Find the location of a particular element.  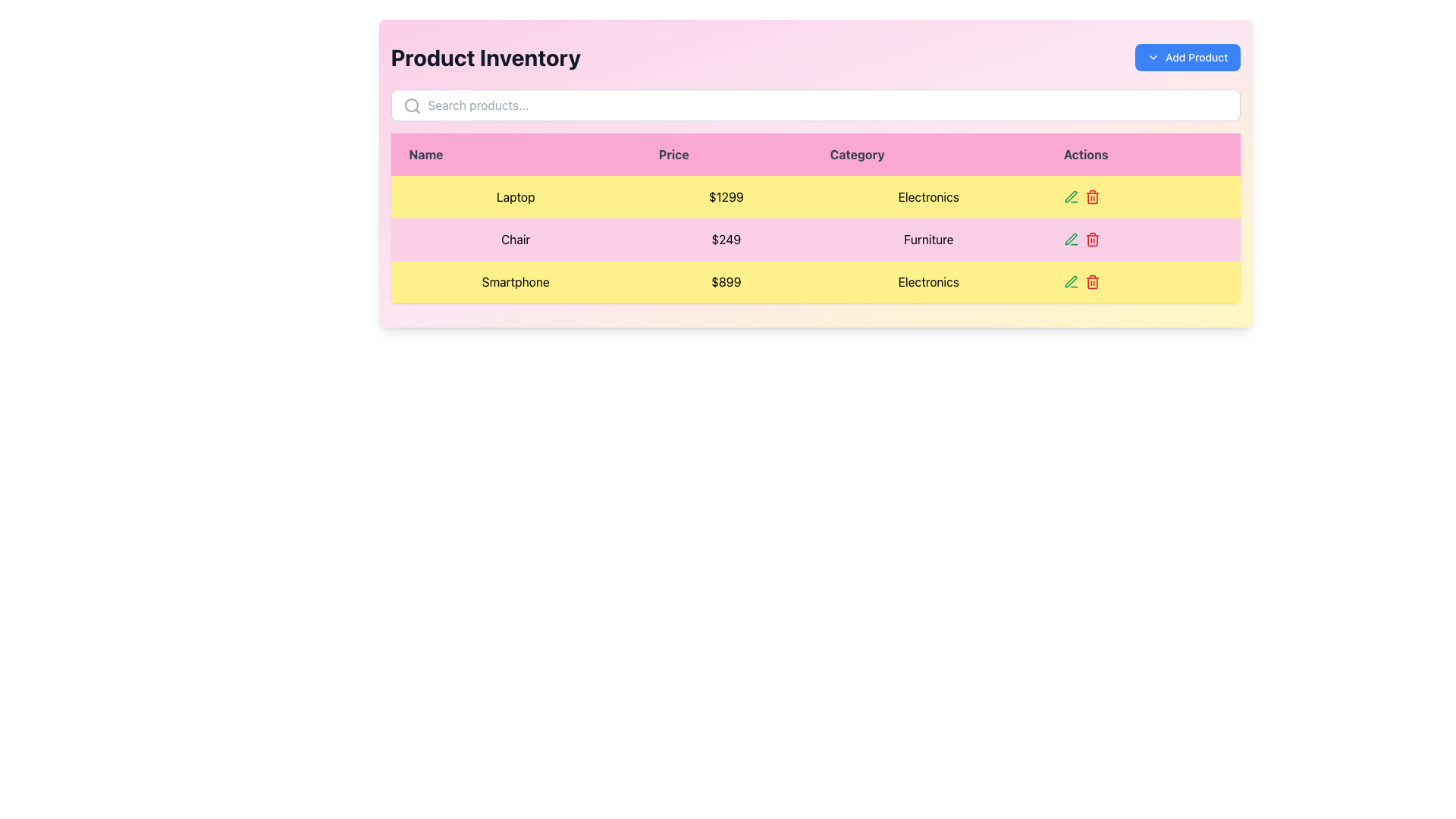

the Text Label displaying the name 'Chair' located in the second row of the table under the 'Name' column is located at coordinates (516, 239).